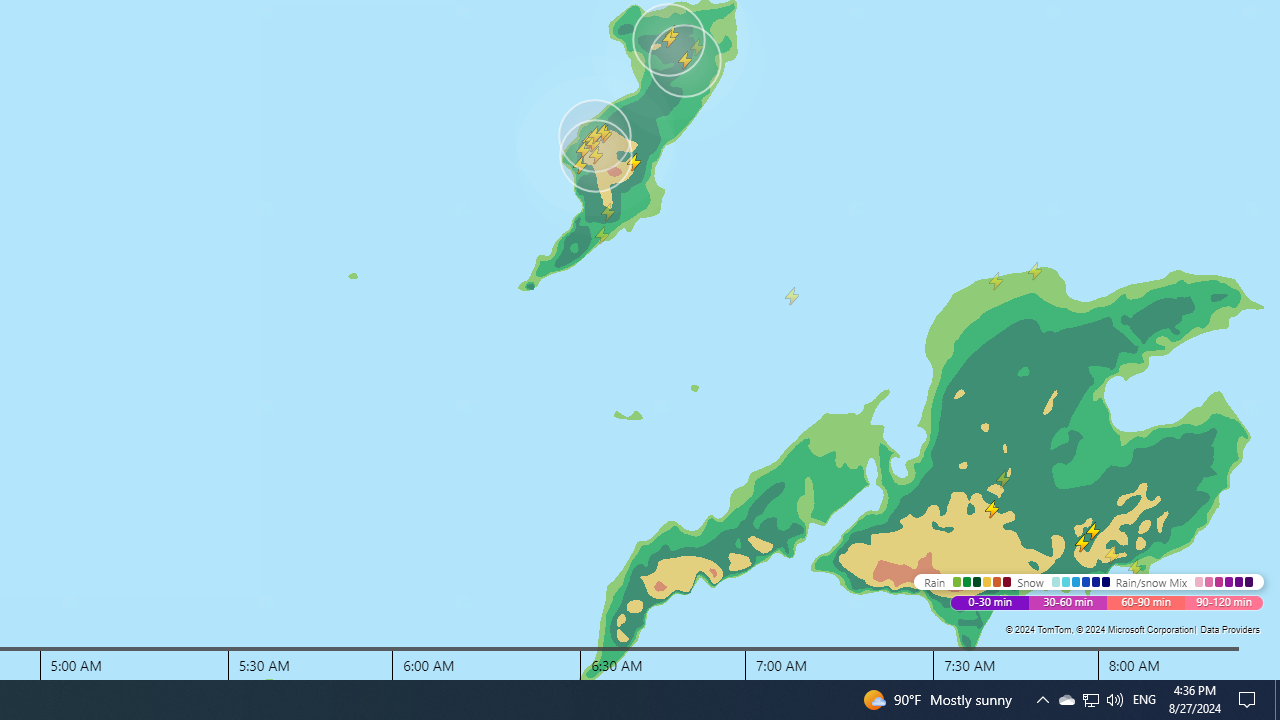 The image size is (1280, 720). Describe the element at coordinates (1250, 698) in the screenshot. I see `'Action Center, No new notifications'` at that location.